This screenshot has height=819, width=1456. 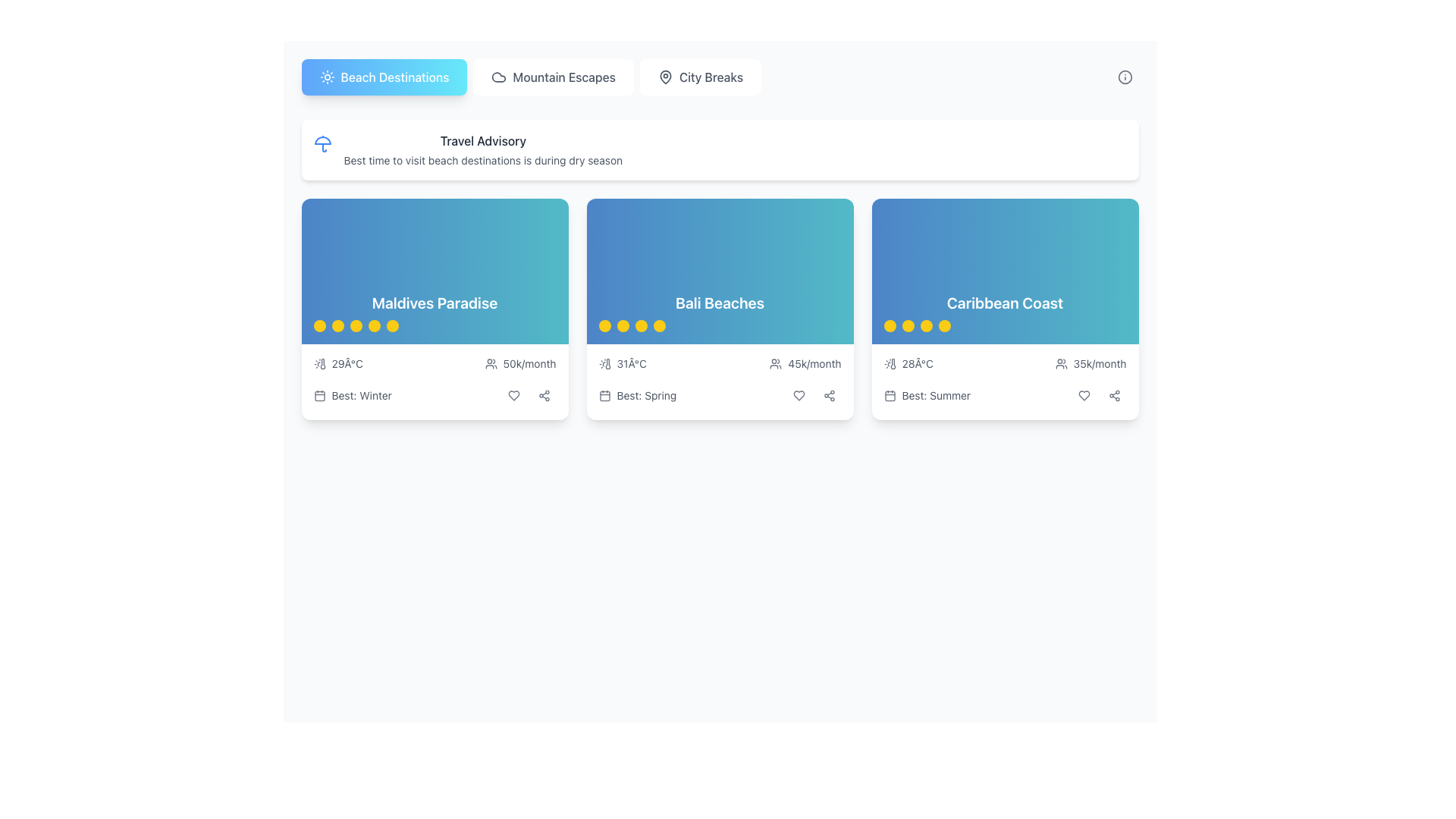 What do you see at coordinates (641, 325) in the screenshot?
I see `the third yellow Indicator Dot in the row below the title 'Bali Beaches'` at bounding box center [641, 325].